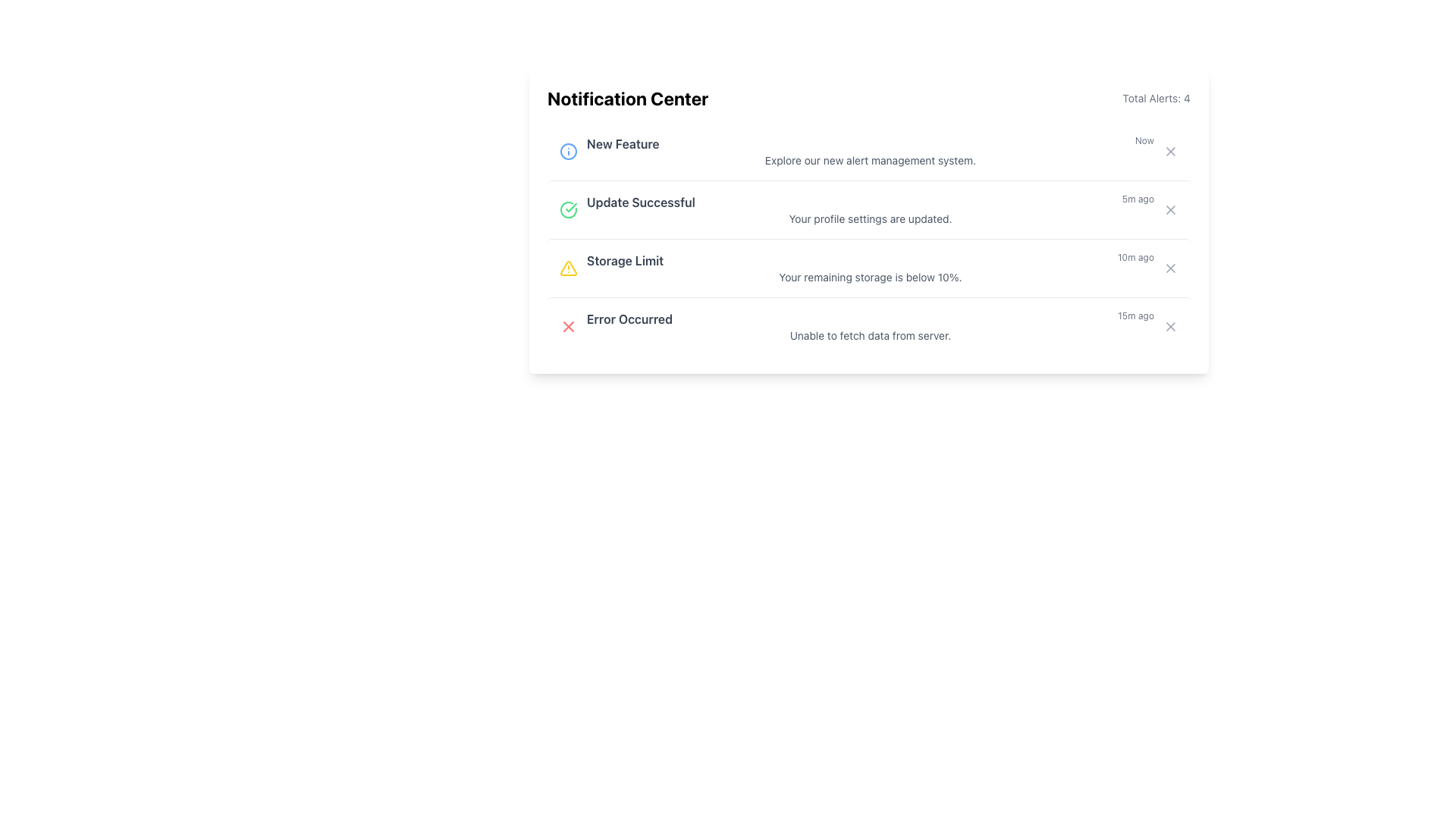 This screenshot has width=1456, height=819. Describe the element at coordinates (629, 318) in the screenshot. I see `the bold grayish 'Error Occurred' text in the notification panel` at that location.